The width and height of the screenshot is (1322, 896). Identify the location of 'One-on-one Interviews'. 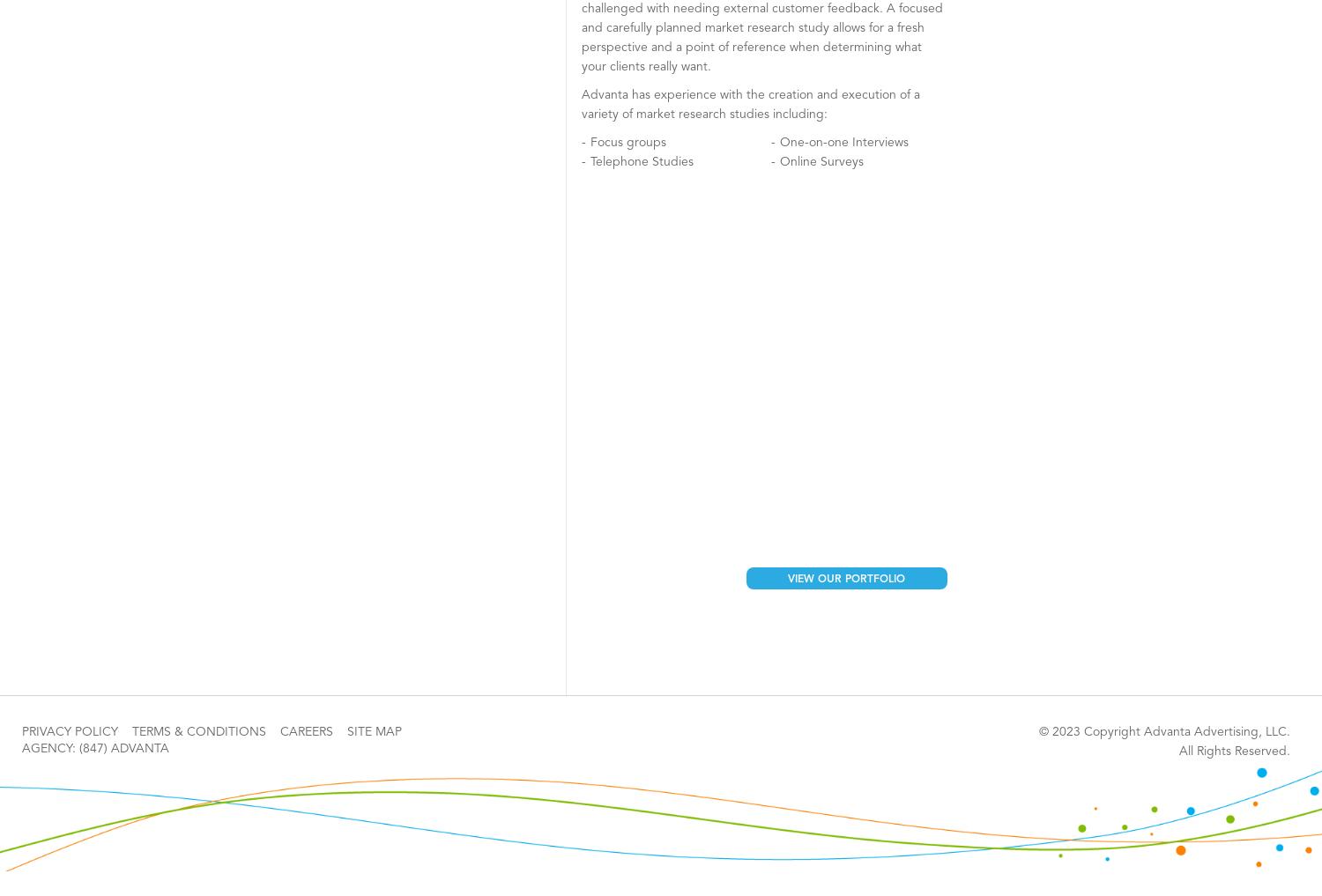
(843, 142).